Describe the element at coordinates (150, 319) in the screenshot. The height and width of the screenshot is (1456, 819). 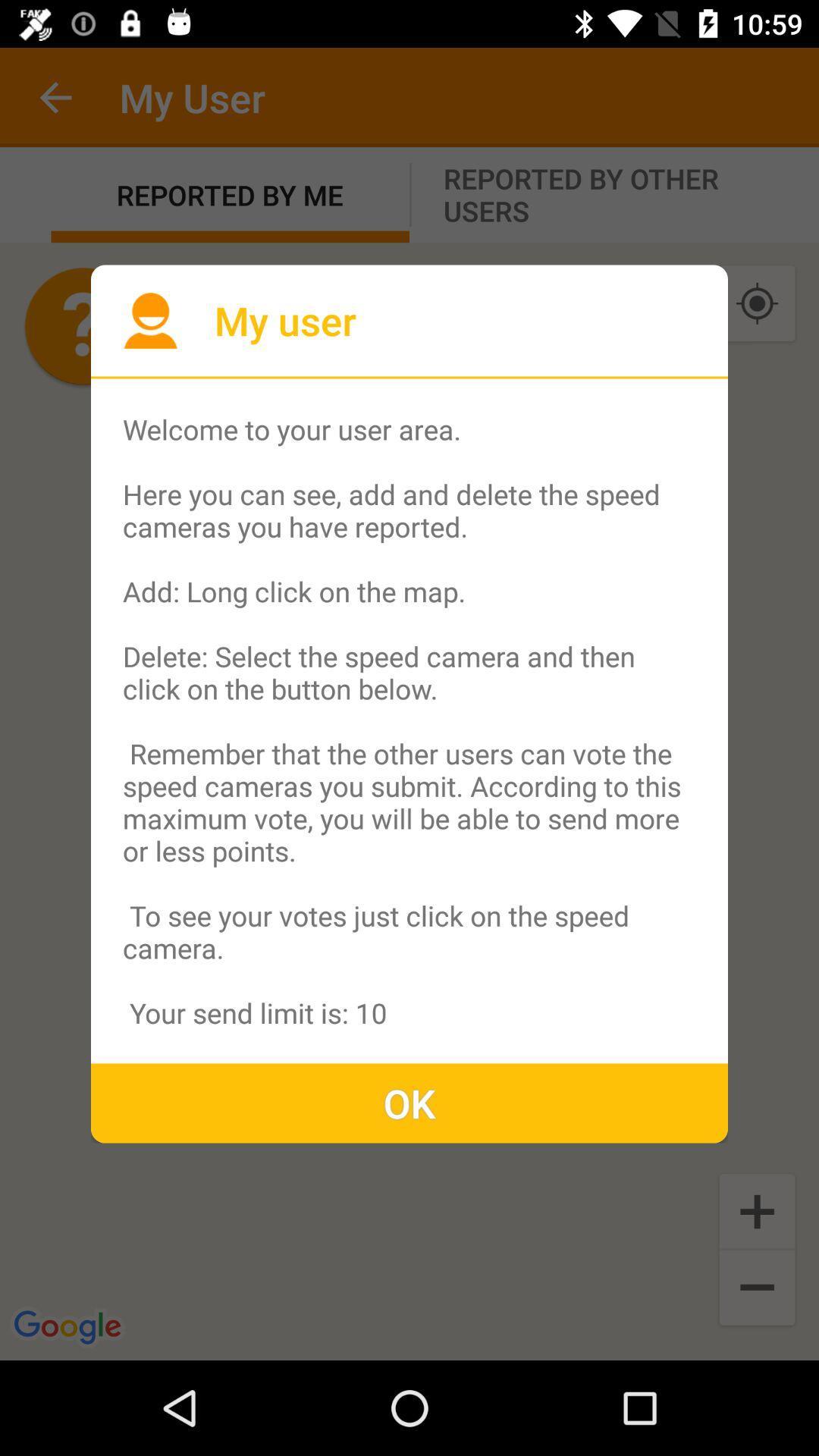
I see `app next to my user icon` at that location.